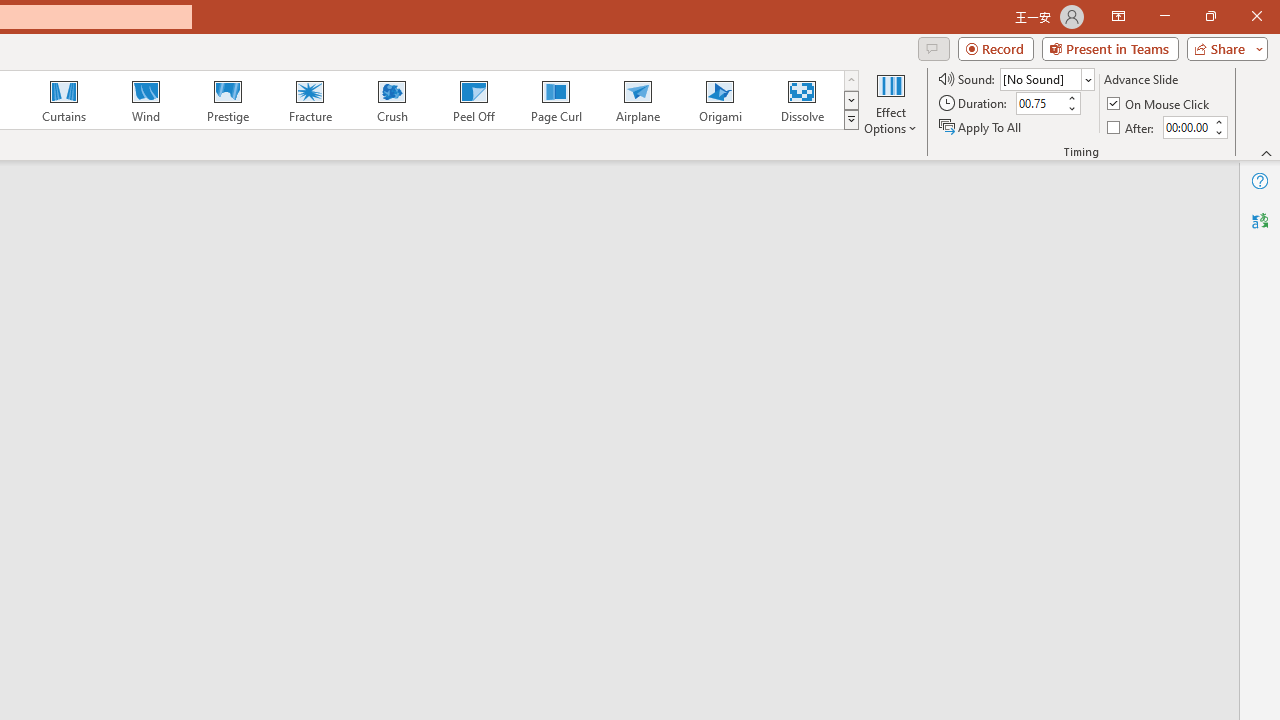 This screenshot has height=720, width=1280. Describe the element at coordinates (144, 100) in the screenshot. I see `'Wind'` at that location.